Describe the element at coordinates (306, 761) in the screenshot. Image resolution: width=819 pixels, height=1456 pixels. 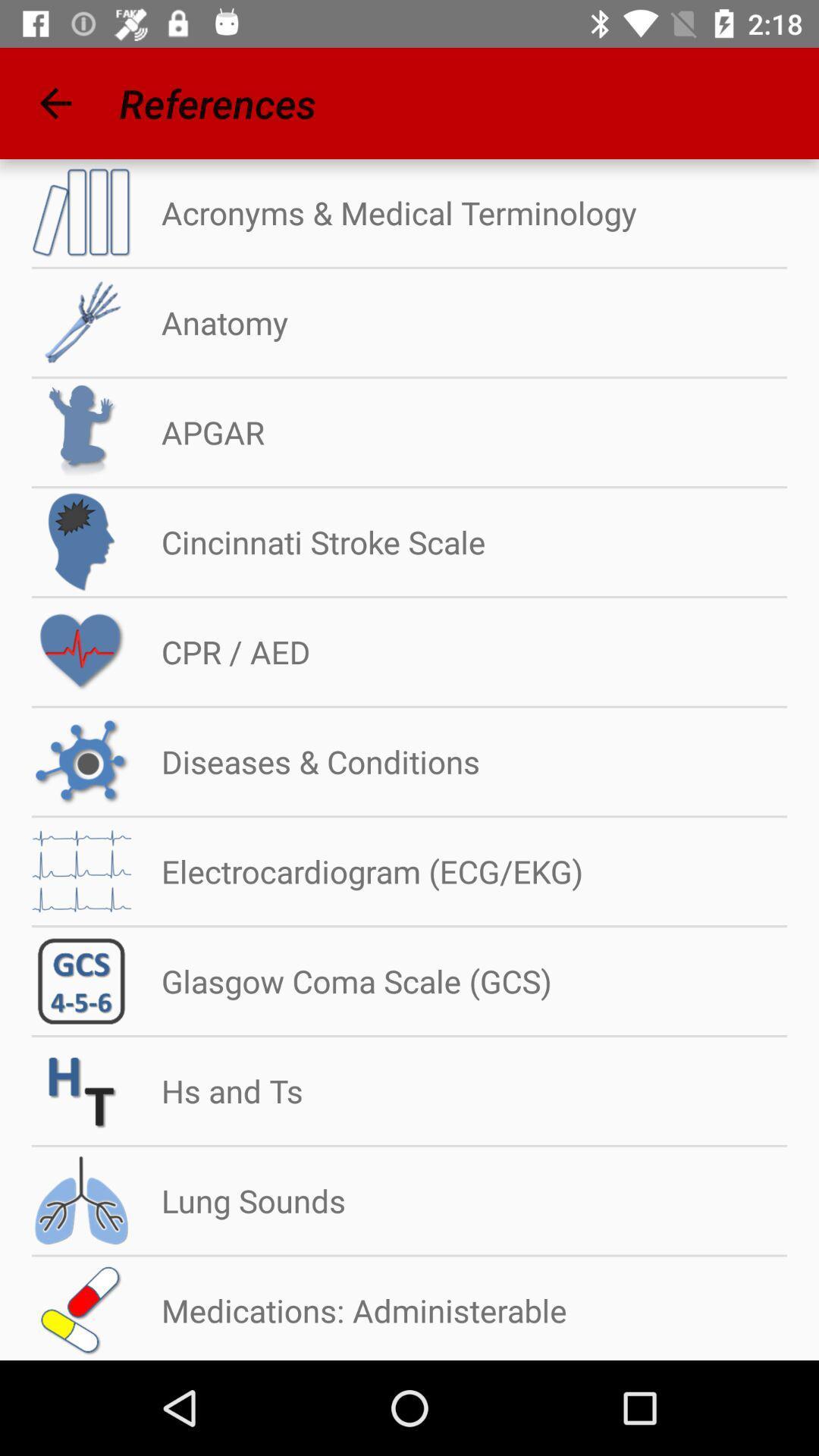
I see `the diseases & conditions icon` at that location.